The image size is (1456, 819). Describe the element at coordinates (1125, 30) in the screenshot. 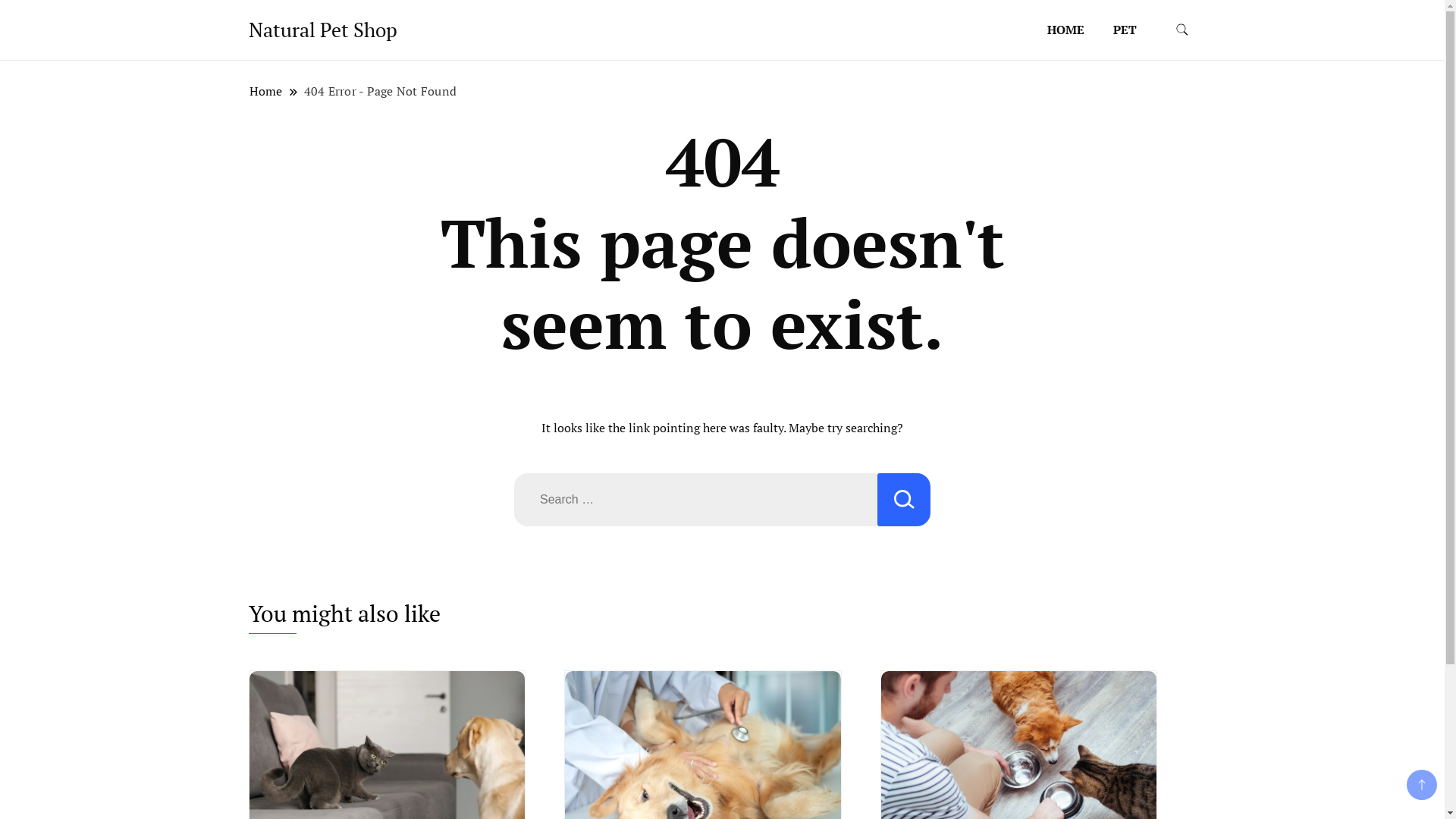

I see `'PET'` at that location.